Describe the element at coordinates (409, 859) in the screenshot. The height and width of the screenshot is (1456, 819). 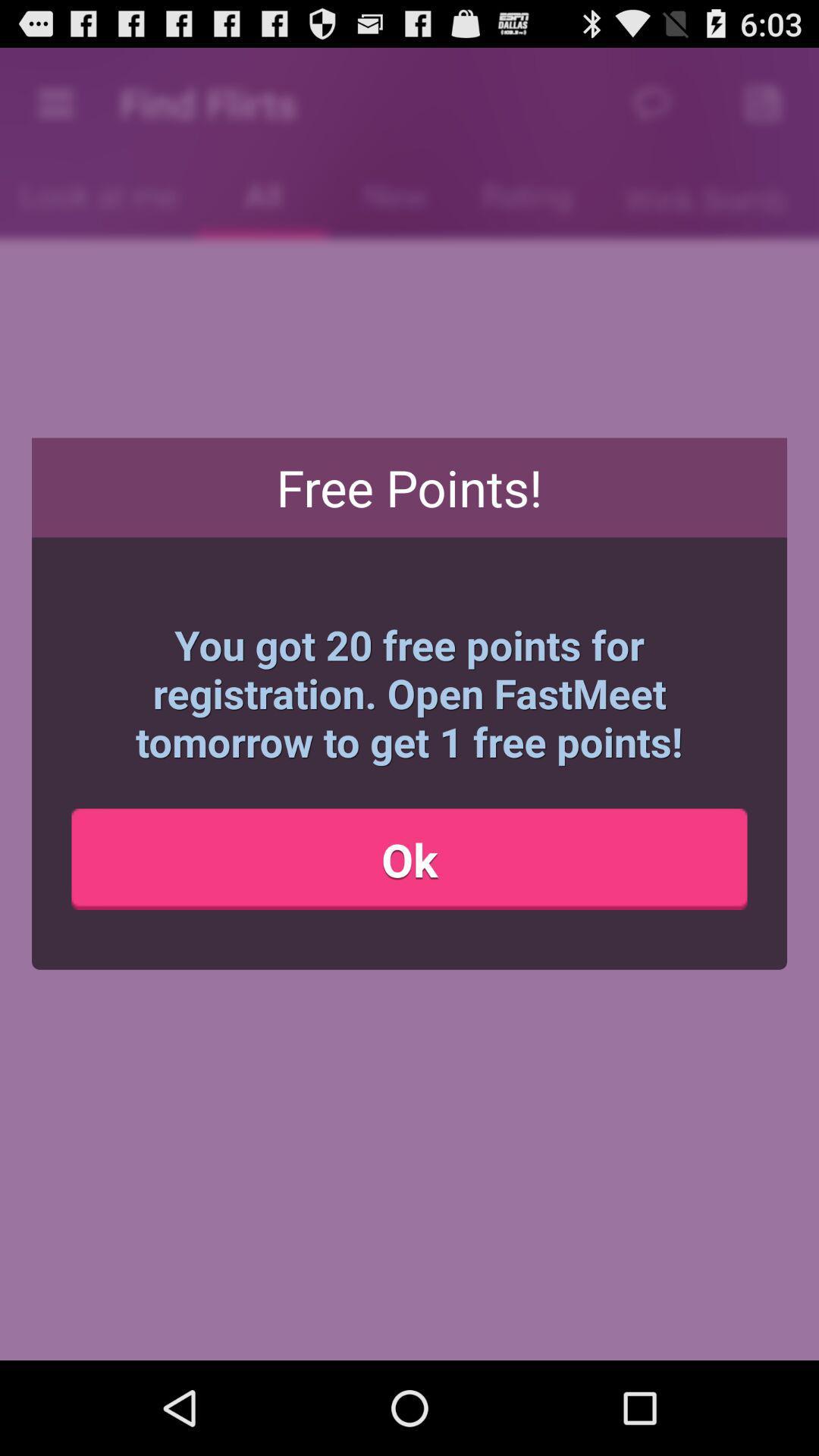
I see `the item below the you got 20 icon` at that location.